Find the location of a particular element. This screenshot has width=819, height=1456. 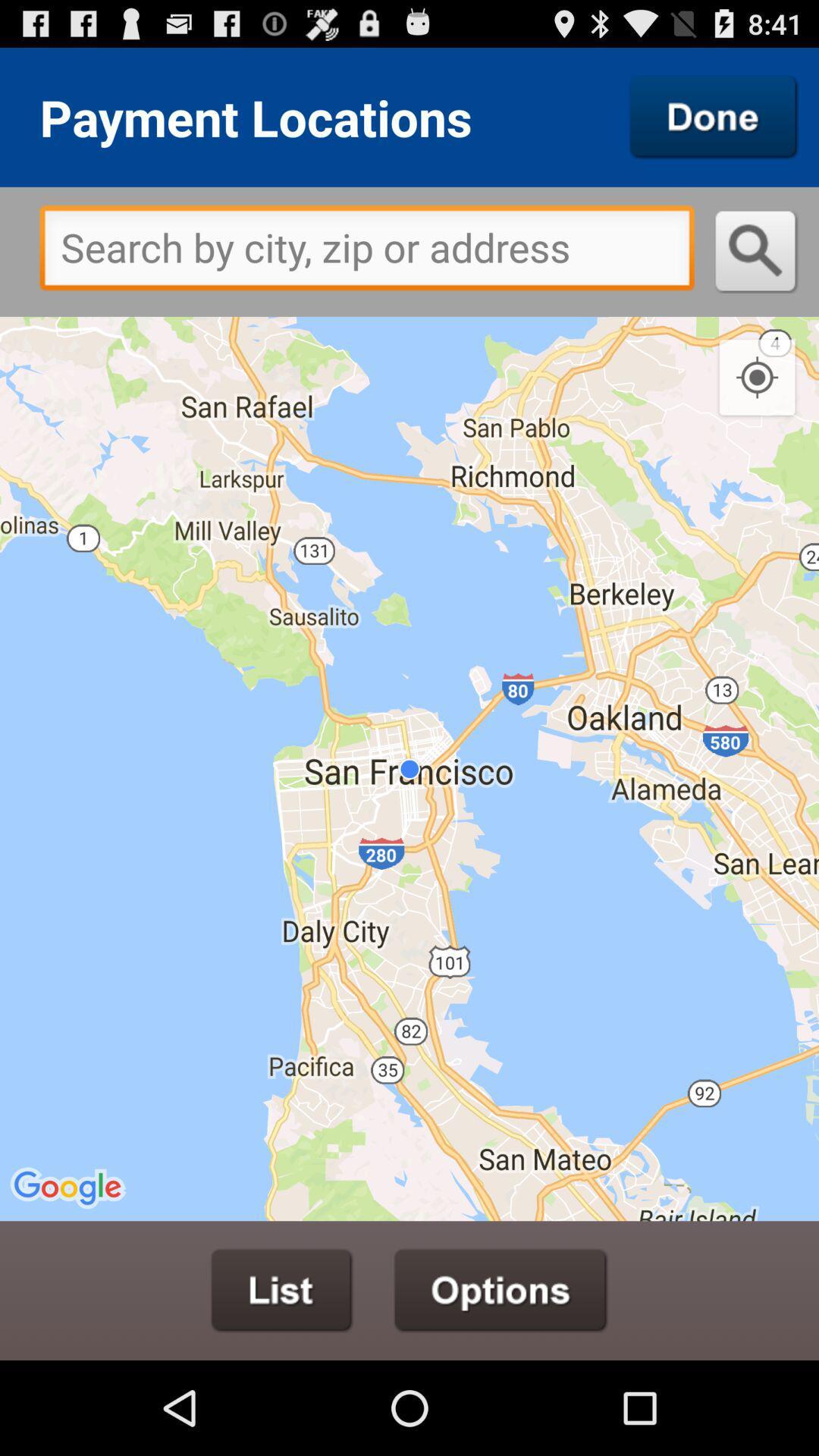

item at the top is located at coordinates (367, 252).